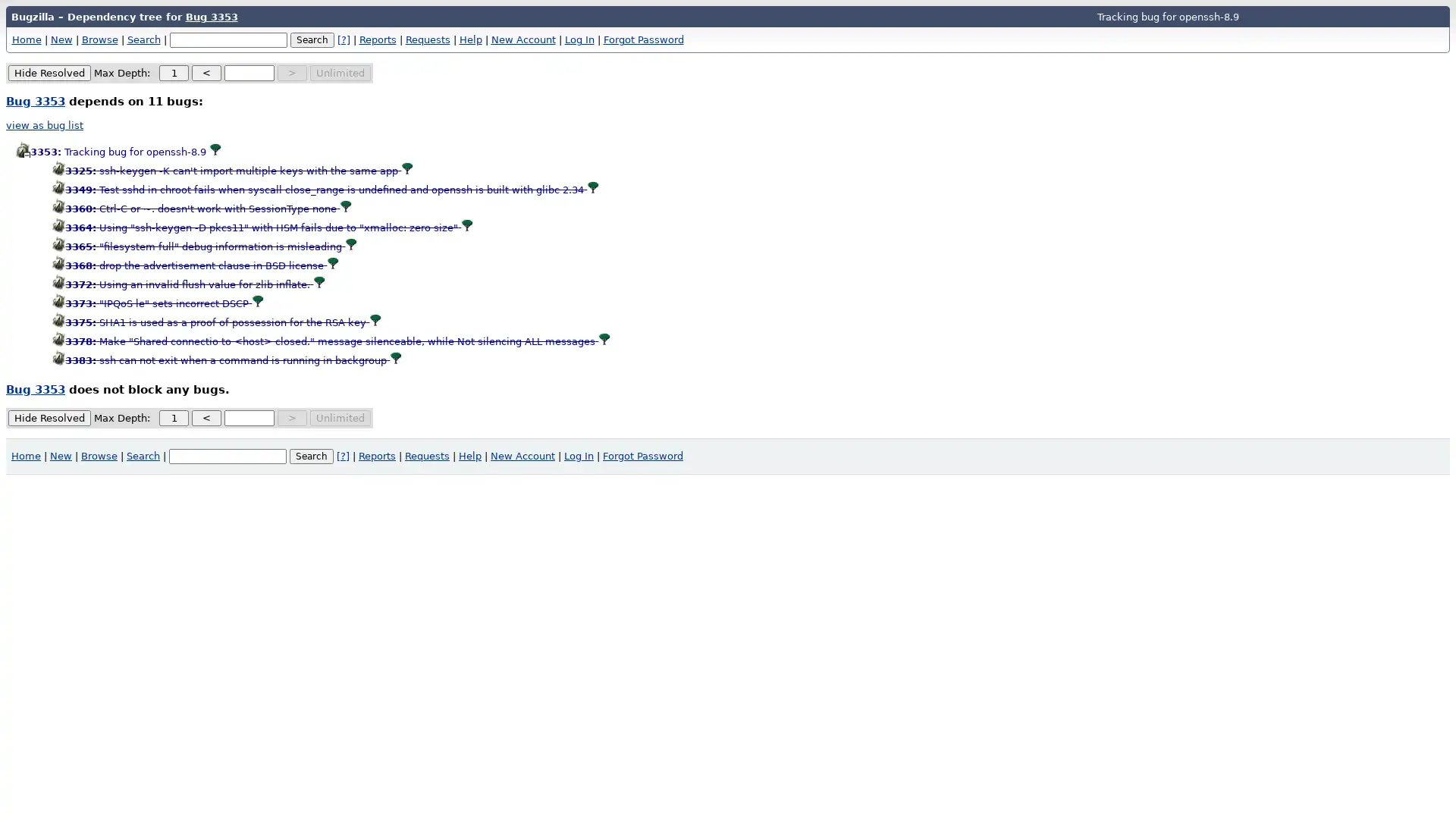  Describe the element at coordinates (206, 73) in the screenshot. I see `<` at that location.